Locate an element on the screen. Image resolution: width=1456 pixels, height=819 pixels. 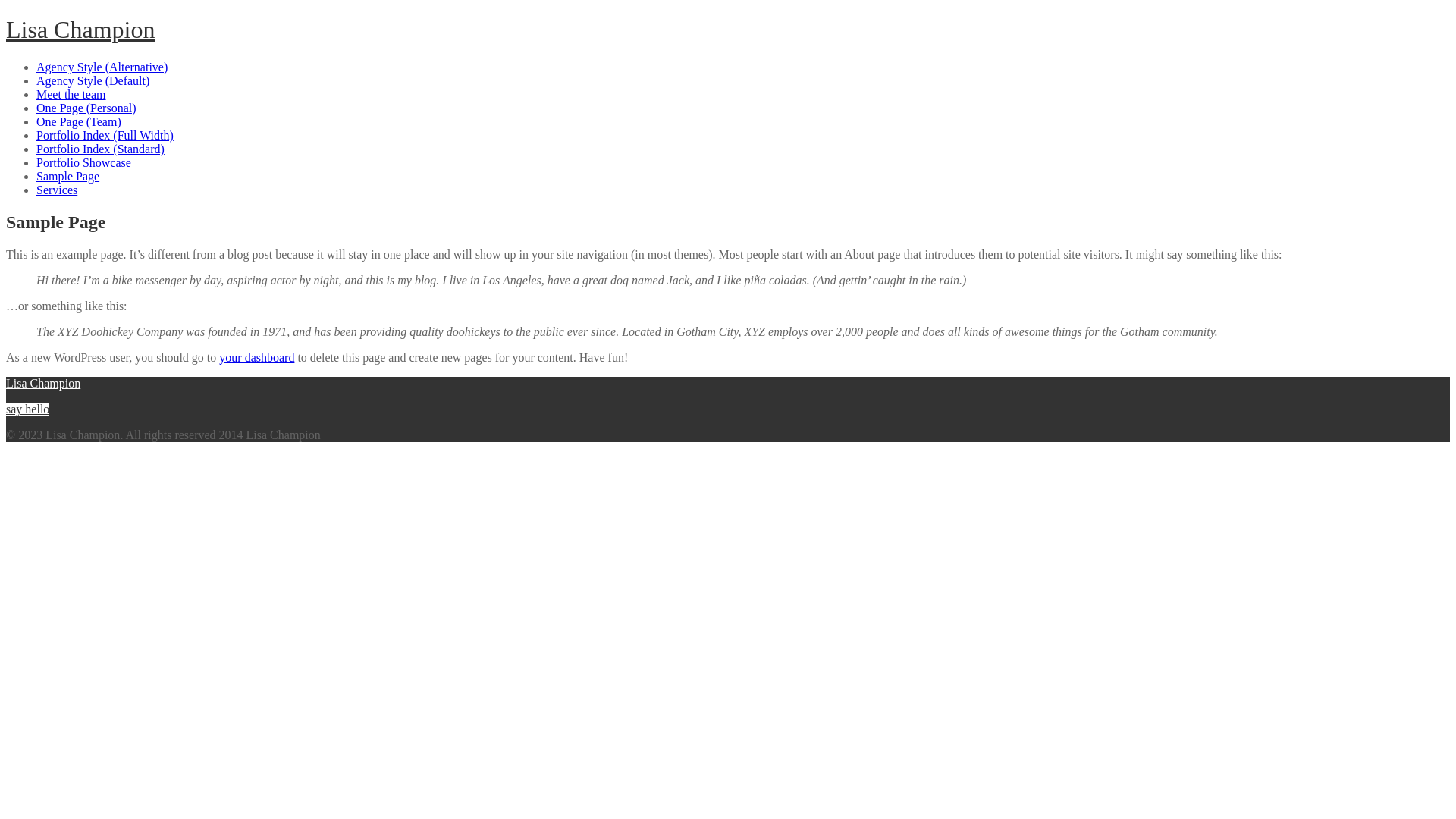
'your dashboard' is located at coordinates (256, 357).